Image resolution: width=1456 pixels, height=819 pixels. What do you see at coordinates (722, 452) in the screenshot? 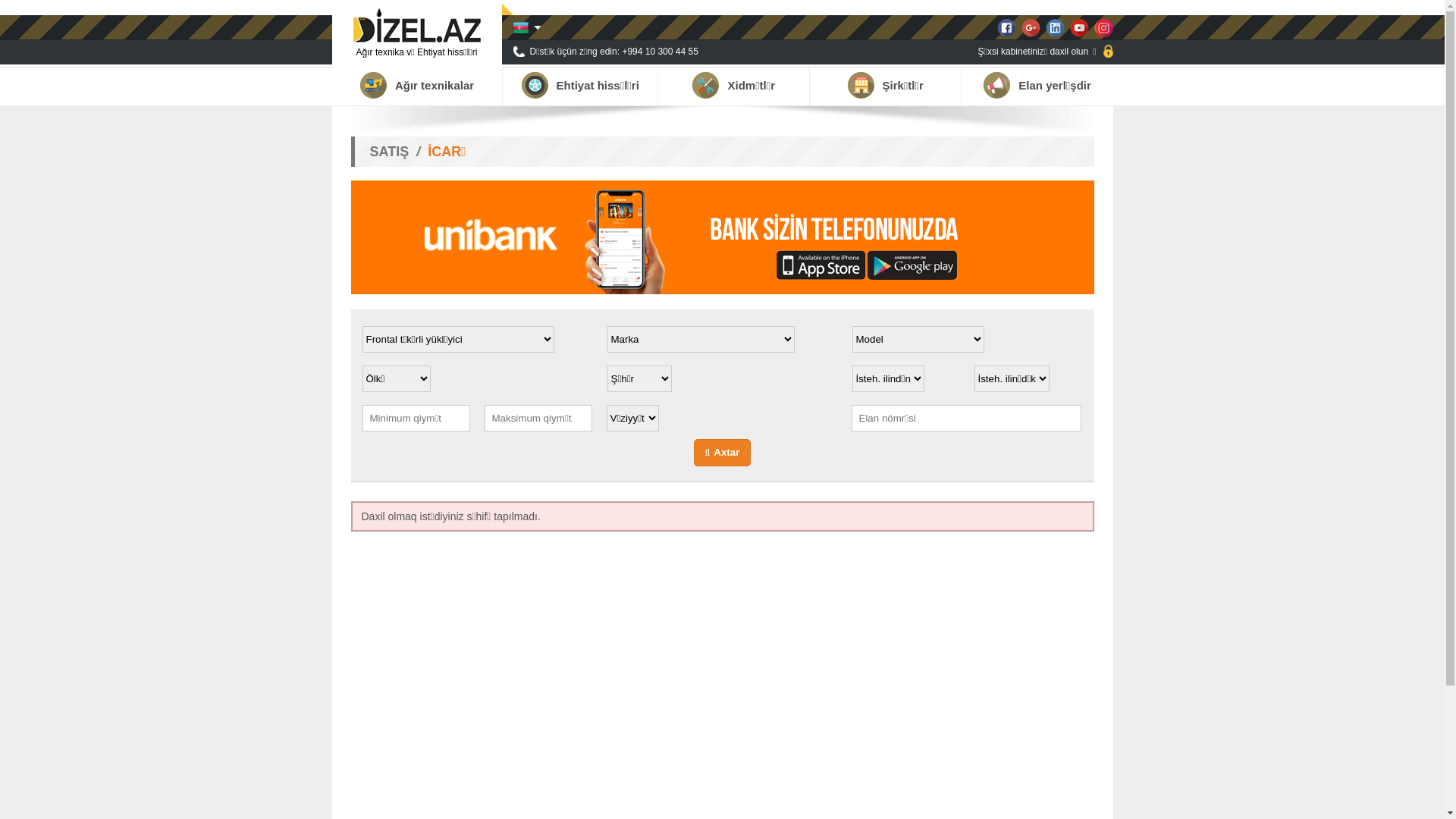
I see `'Axtar'` at bounding box center [722, 452].